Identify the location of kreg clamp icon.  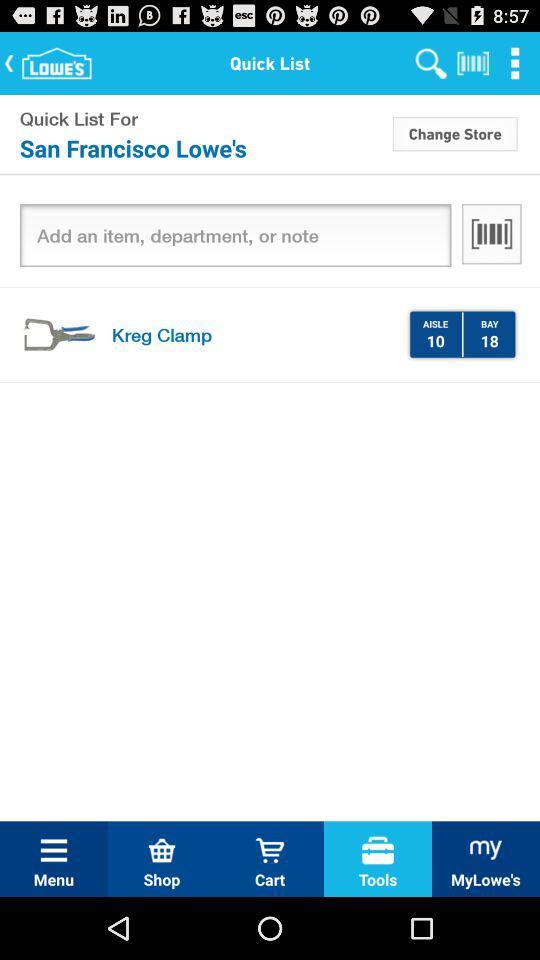
(252, 334).